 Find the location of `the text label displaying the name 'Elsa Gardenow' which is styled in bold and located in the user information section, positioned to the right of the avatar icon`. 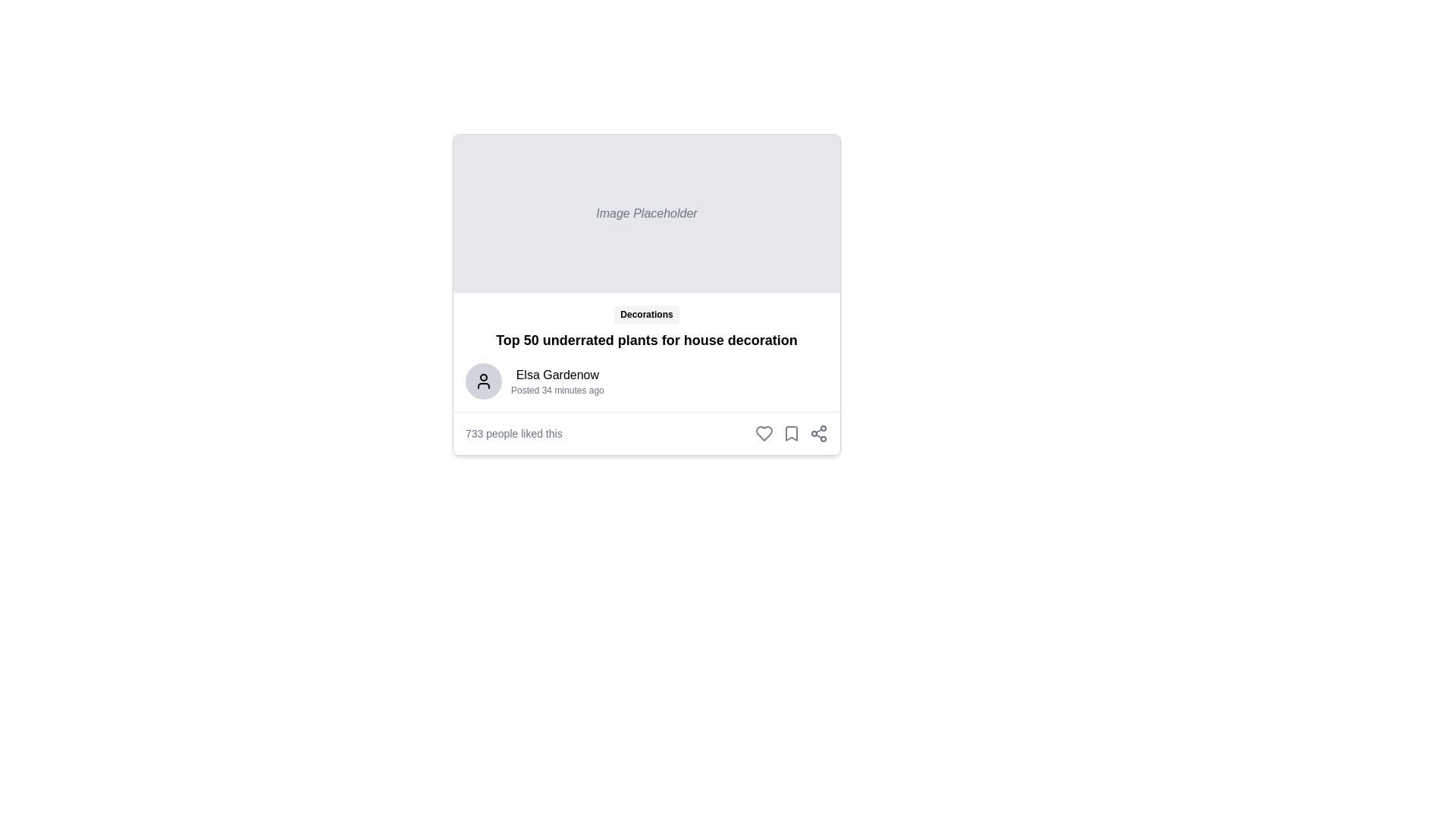

the text label displaying the name 'Elsa Gardenow' which is styled in bold and located in the user information section, positioned to the right of the avatar icon is located at coordinates (557, 375).